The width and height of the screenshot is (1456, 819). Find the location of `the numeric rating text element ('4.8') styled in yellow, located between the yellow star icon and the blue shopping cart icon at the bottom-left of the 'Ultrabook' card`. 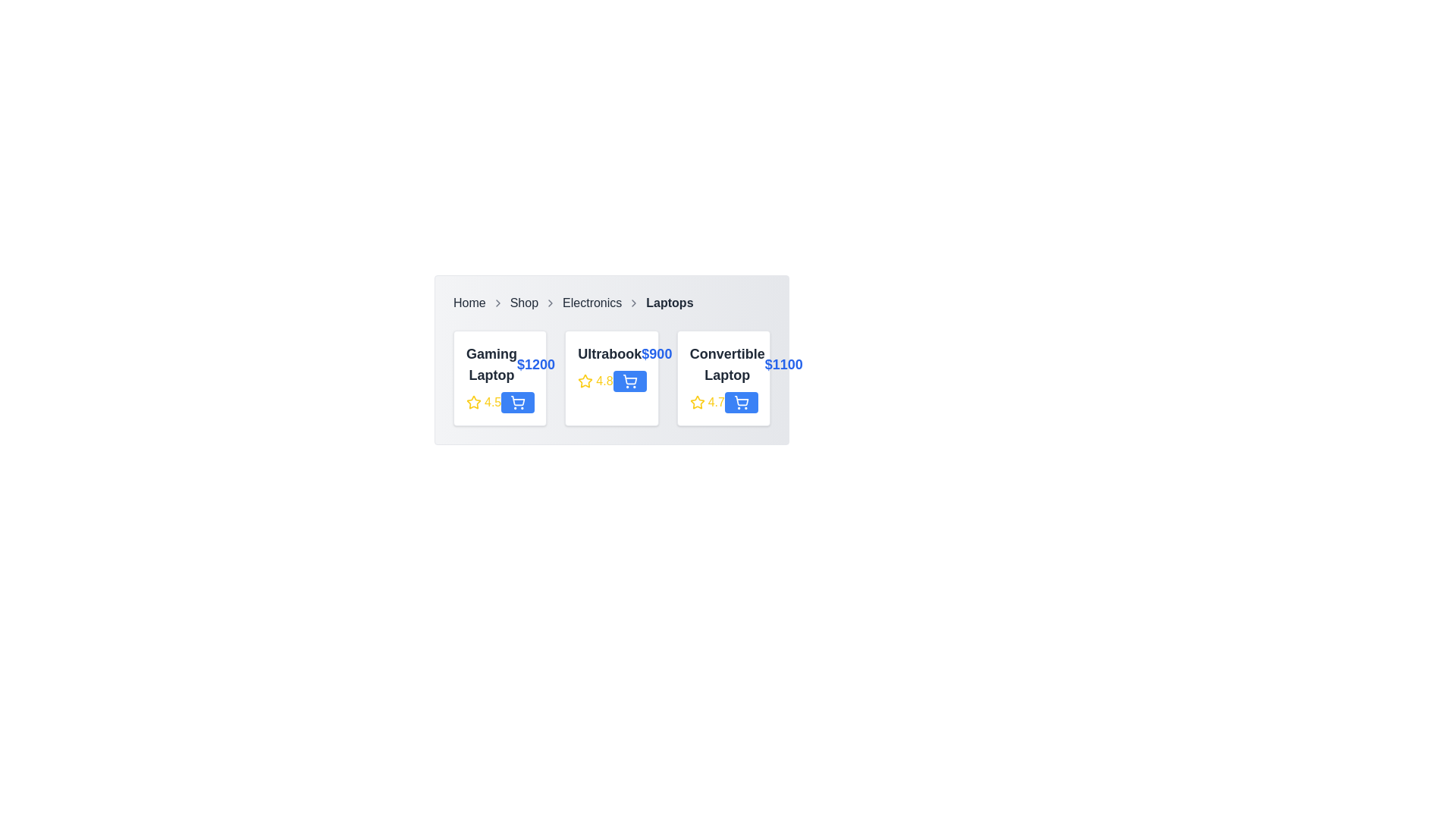

the numeric rating text element ('4.8') styled in yellow, located between the yellow star icon and the blue shopping cart icon at the bottom-left of the 'Ultrabook' card is located at coordinates (611, 380).